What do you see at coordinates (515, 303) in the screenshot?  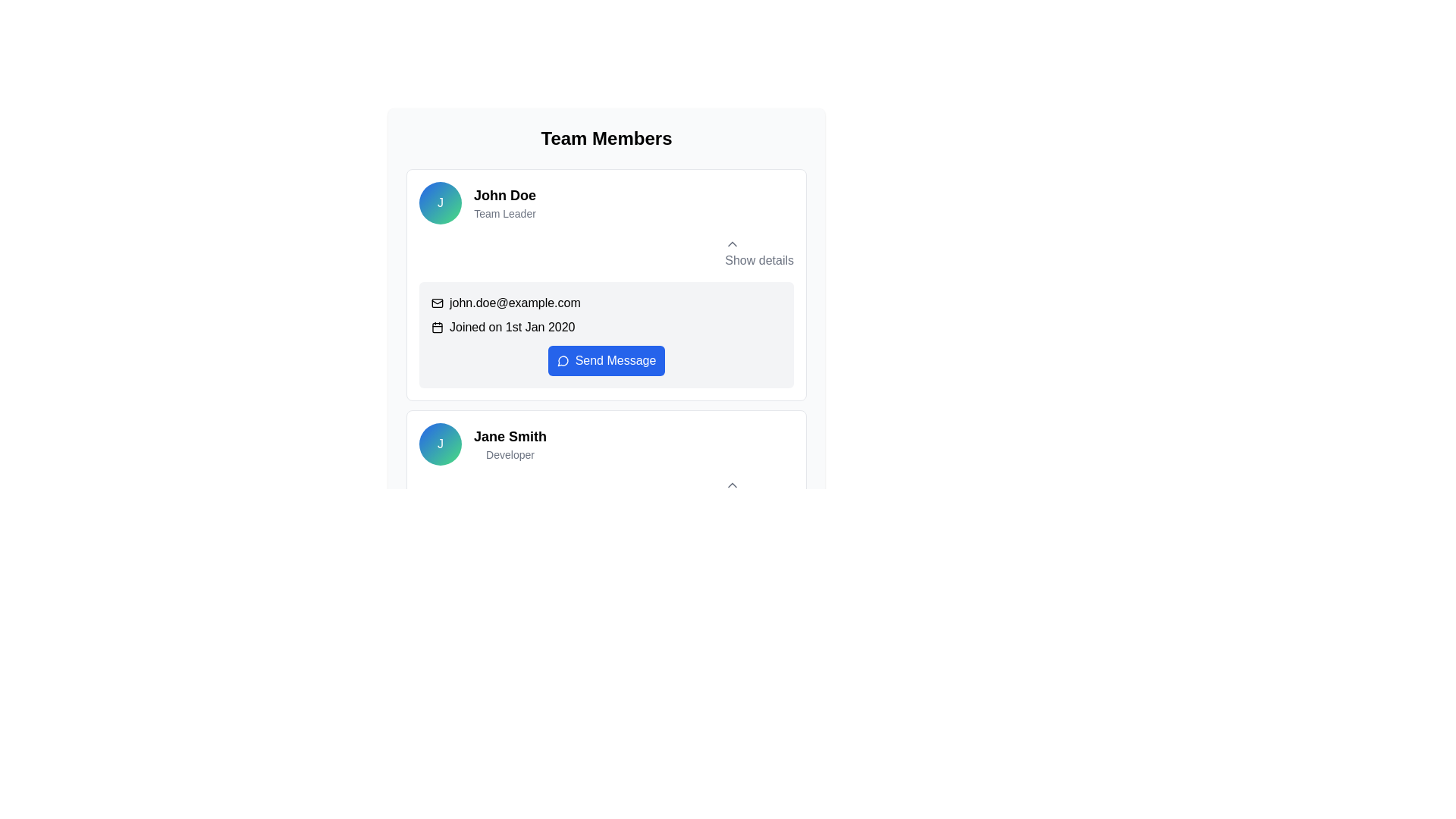 I see `the text element displaying 'john.doe@example.com' in a black sans-serif font, located in the user information card under the 'Team Members' section` at bounding box center [515, 303].